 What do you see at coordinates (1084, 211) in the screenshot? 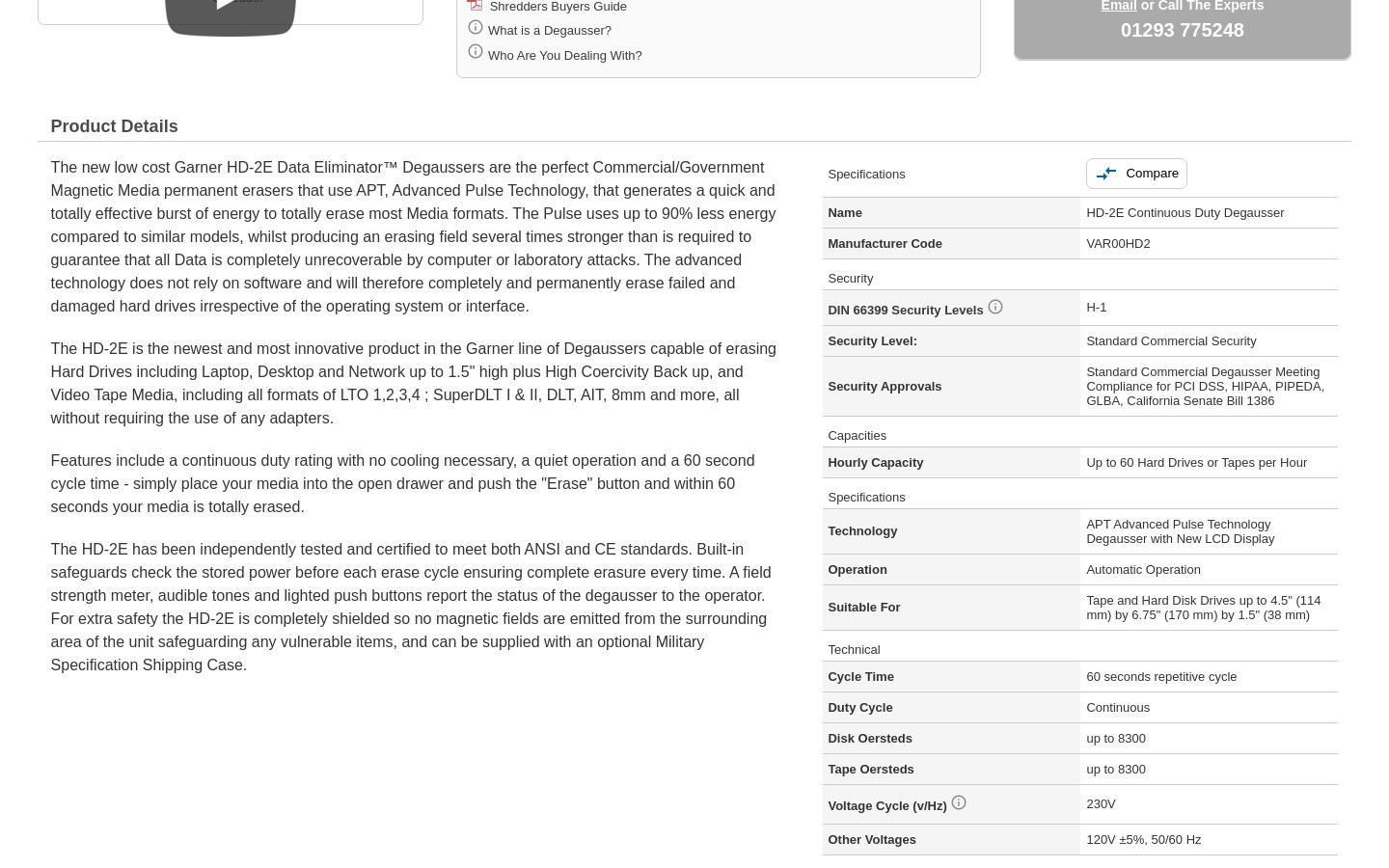
I see `'HD-2E Continuous Duty Degausser'` at bounding box center [1084, 211].